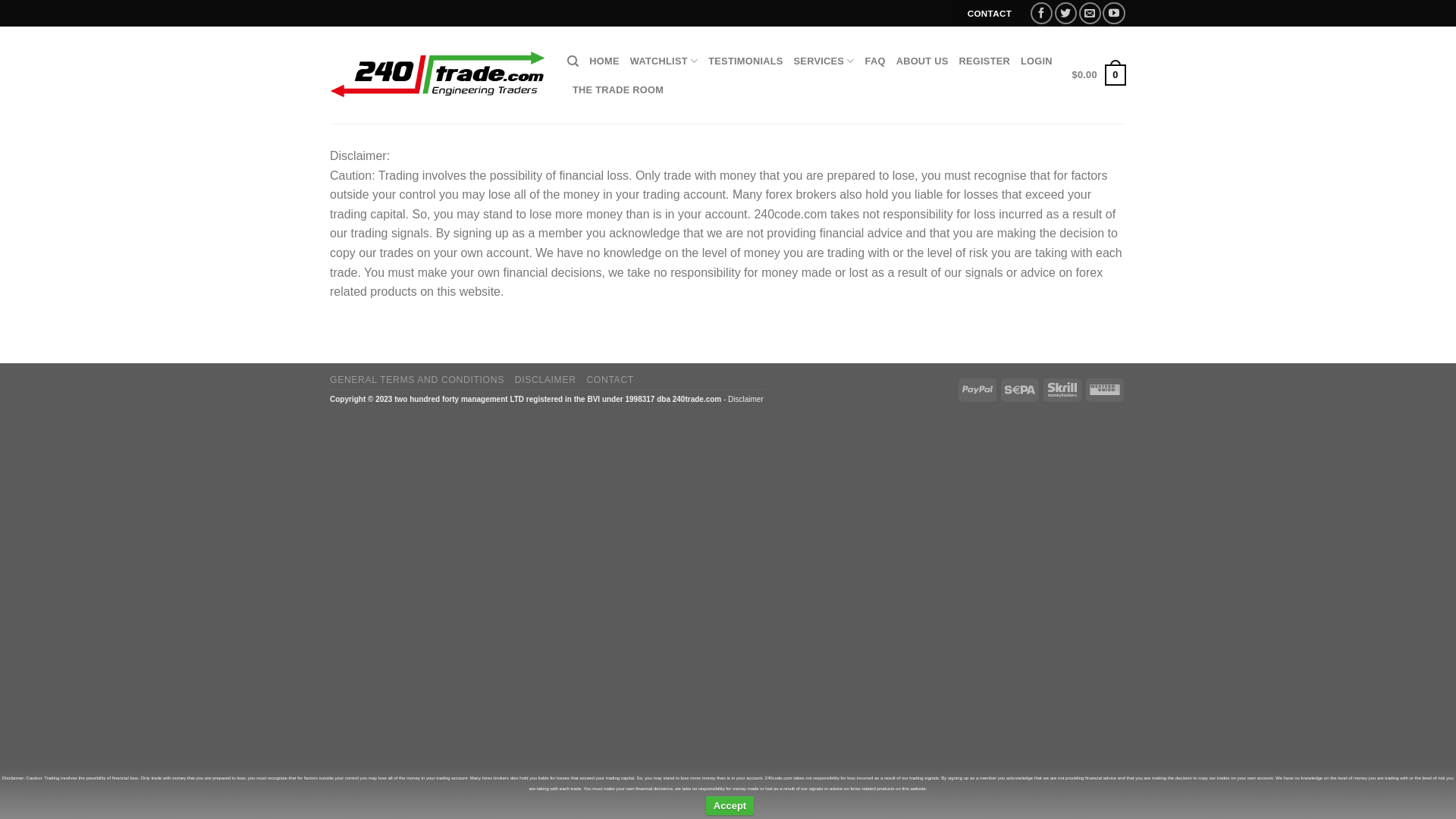 The height and width of the screenshot is (819, 1456). I want to click on 'WATCHLIST', so click(664, 60).